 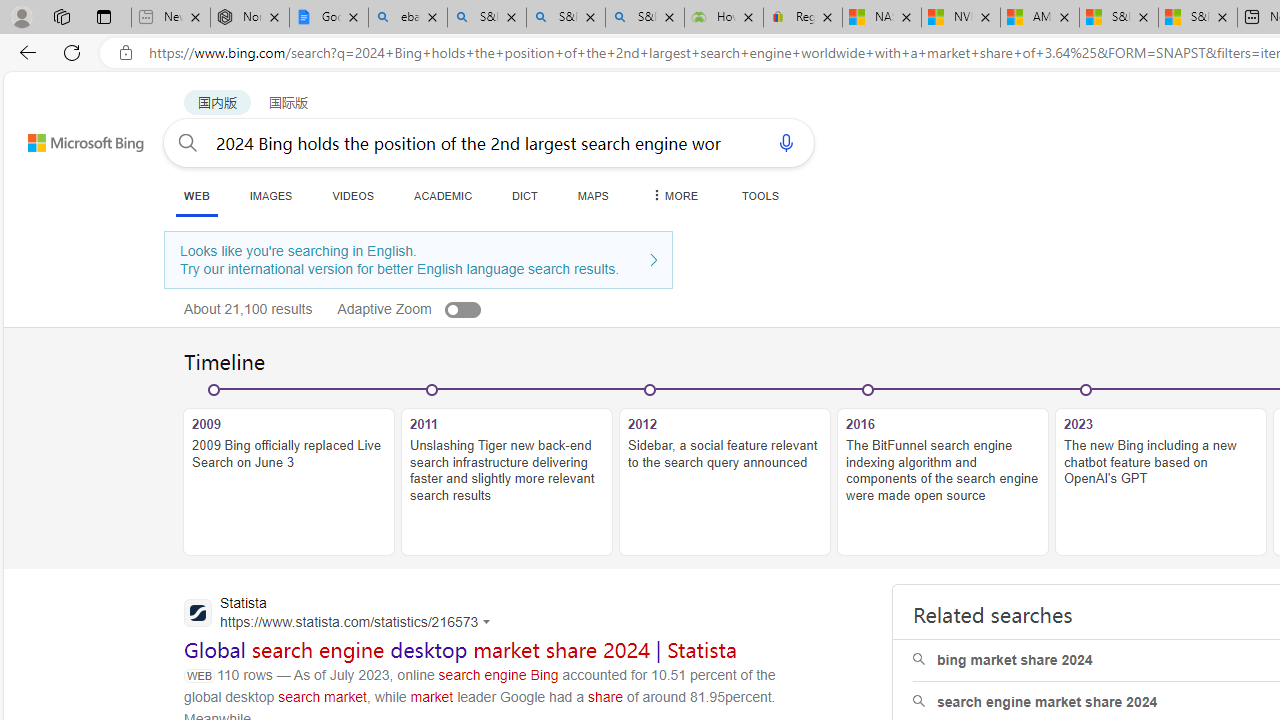 What do you see at coordinates (269, 195) in the screenshot?
I see `'IMAGES'` at bounding box center [269, 195].